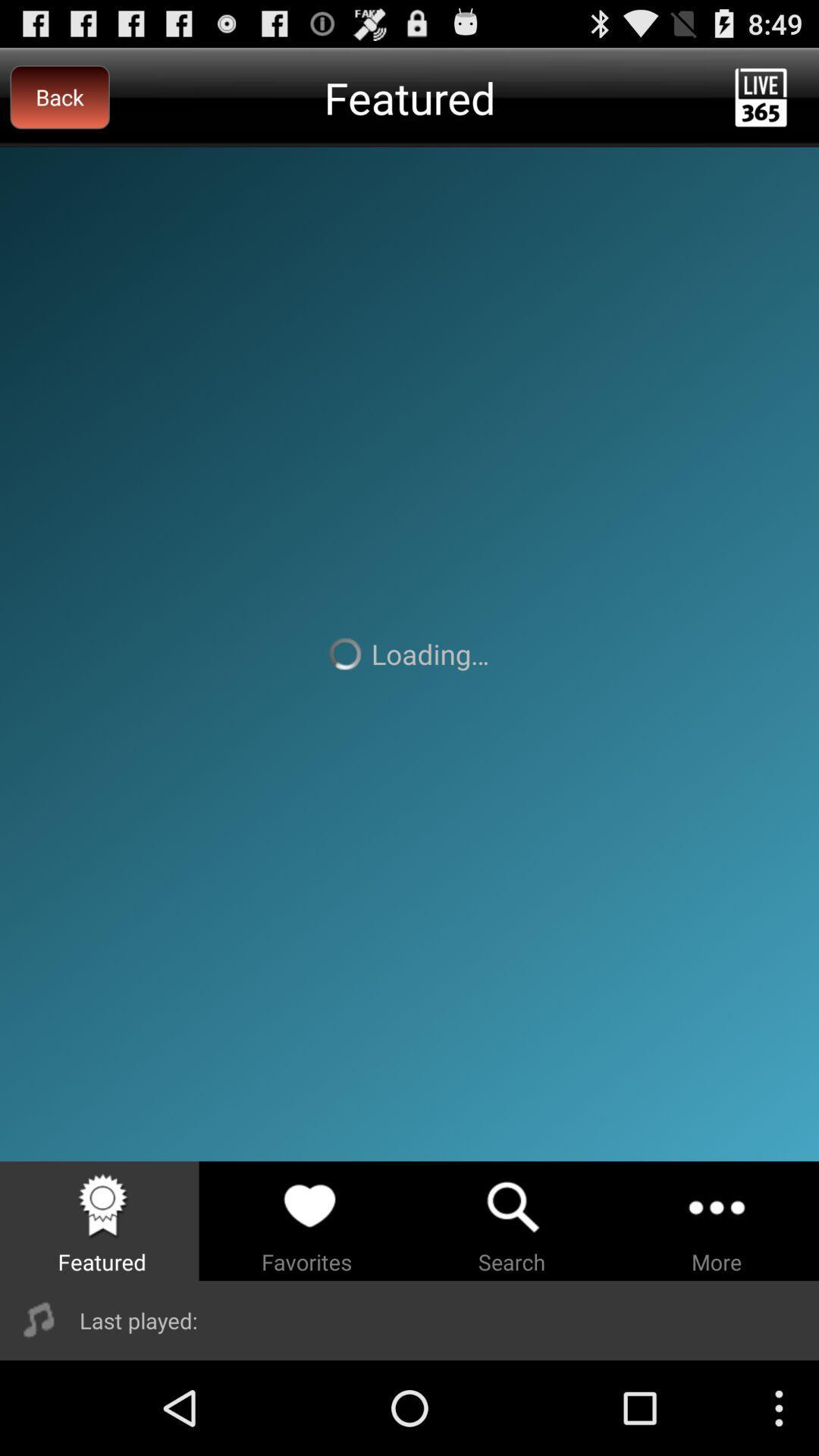 The image size is (819, 1456). Describe the element at coordinates (59, 96) in the screenshot. I see `the back icon` at that location.